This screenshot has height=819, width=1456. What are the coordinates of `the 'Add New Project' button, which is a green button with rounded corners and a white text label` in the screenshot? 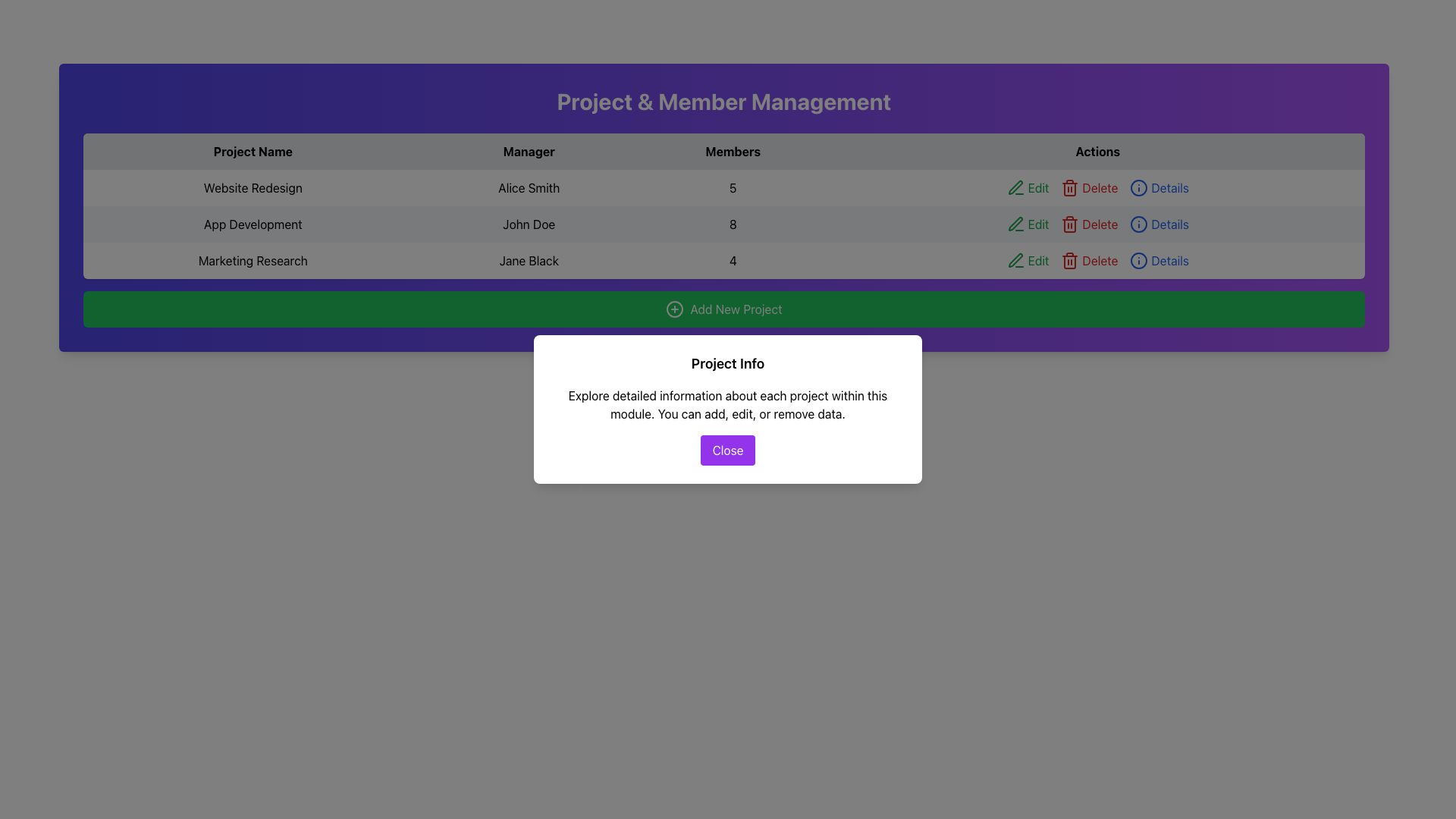 It's located at (723, 309).